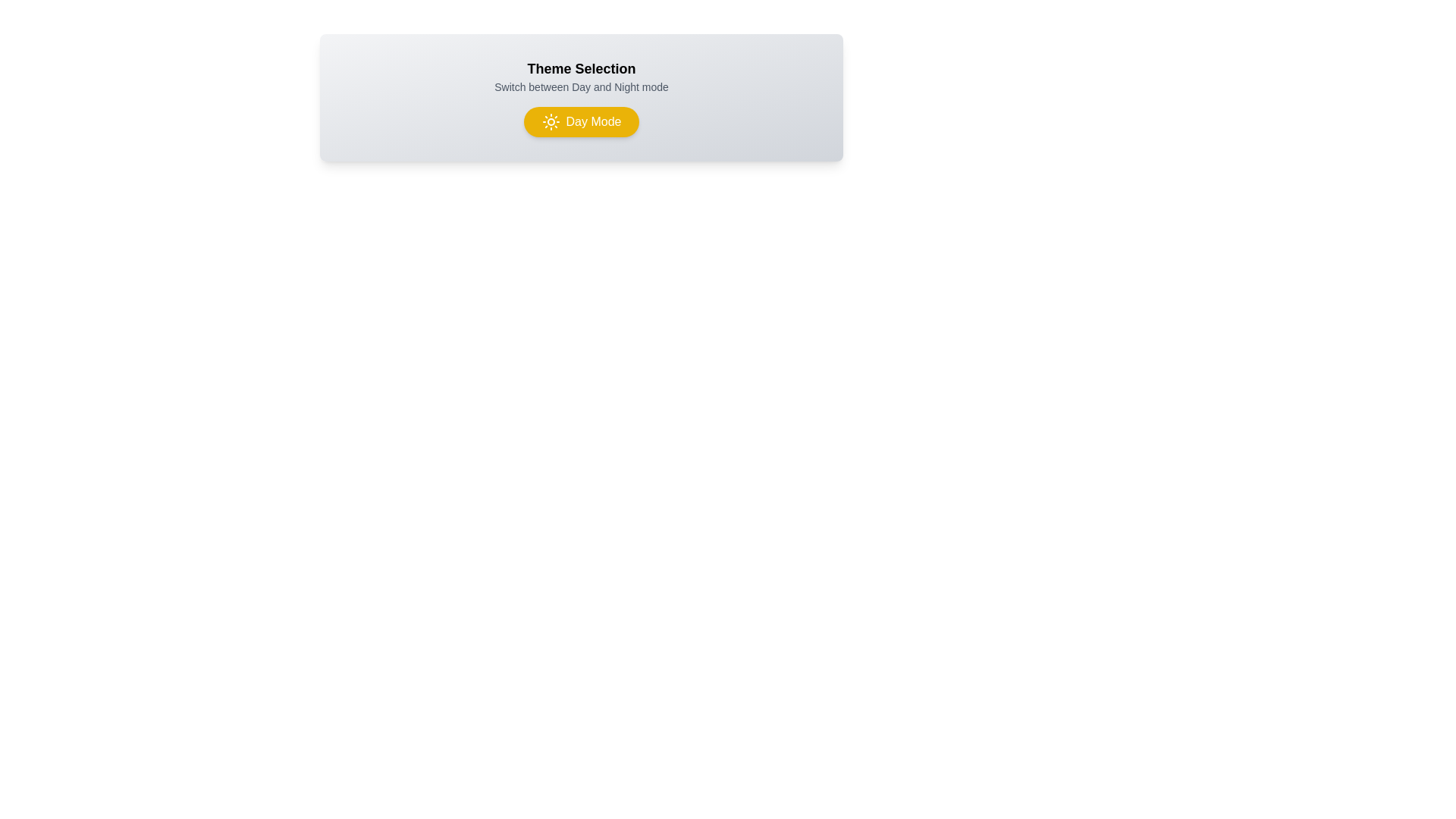 Image resolution: width=1456 pixels, height=819 pixels. I want to click on the button to observe the transition effect, so click(581, 121).